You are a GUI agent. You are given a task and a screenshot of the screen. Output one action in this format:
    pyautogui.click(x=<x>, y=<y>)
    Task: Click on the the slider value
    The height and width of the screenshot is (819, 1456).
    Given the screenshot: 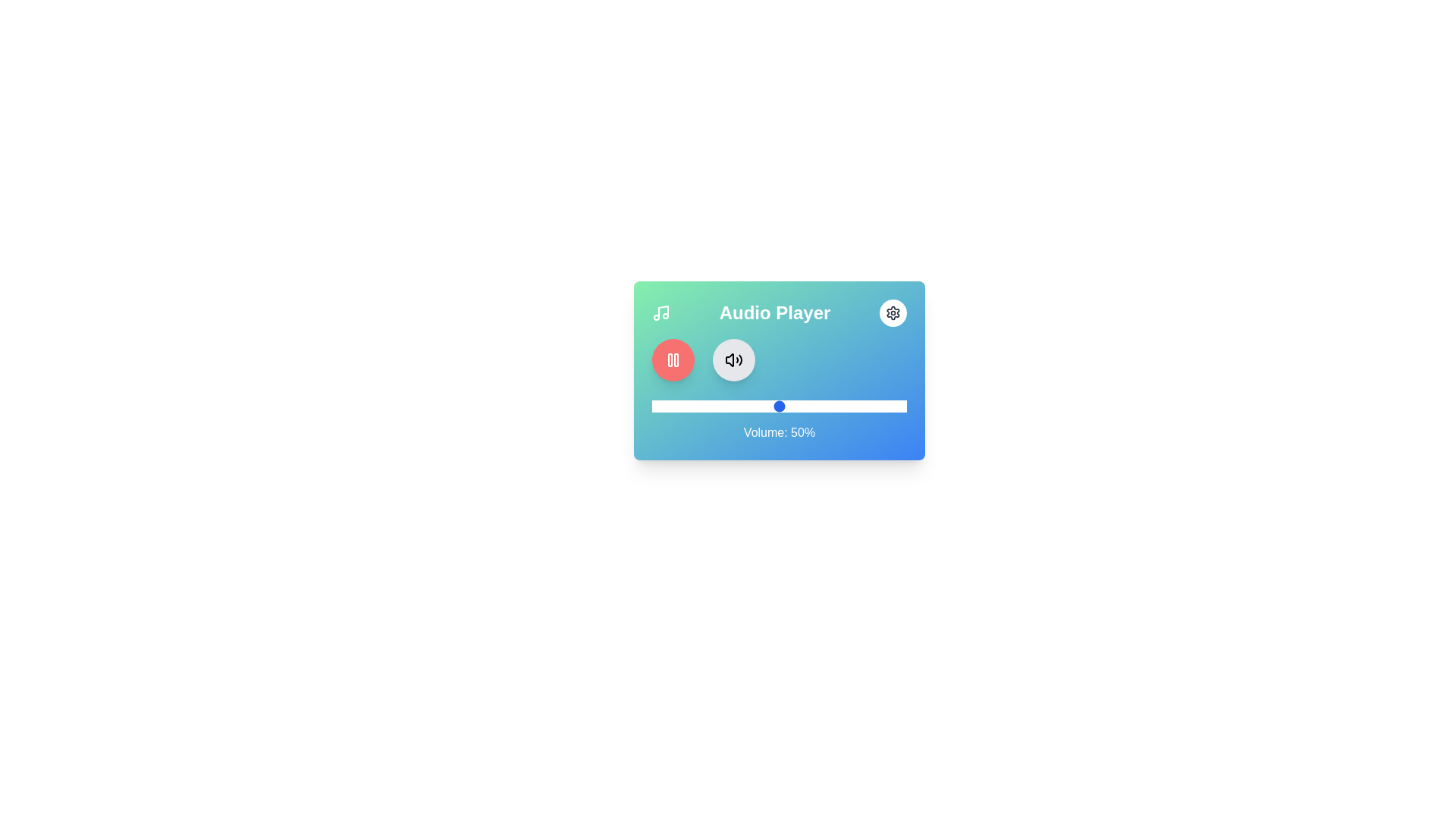 What is the action you would take?
    pyautogui.click(x=774, y=406)
    